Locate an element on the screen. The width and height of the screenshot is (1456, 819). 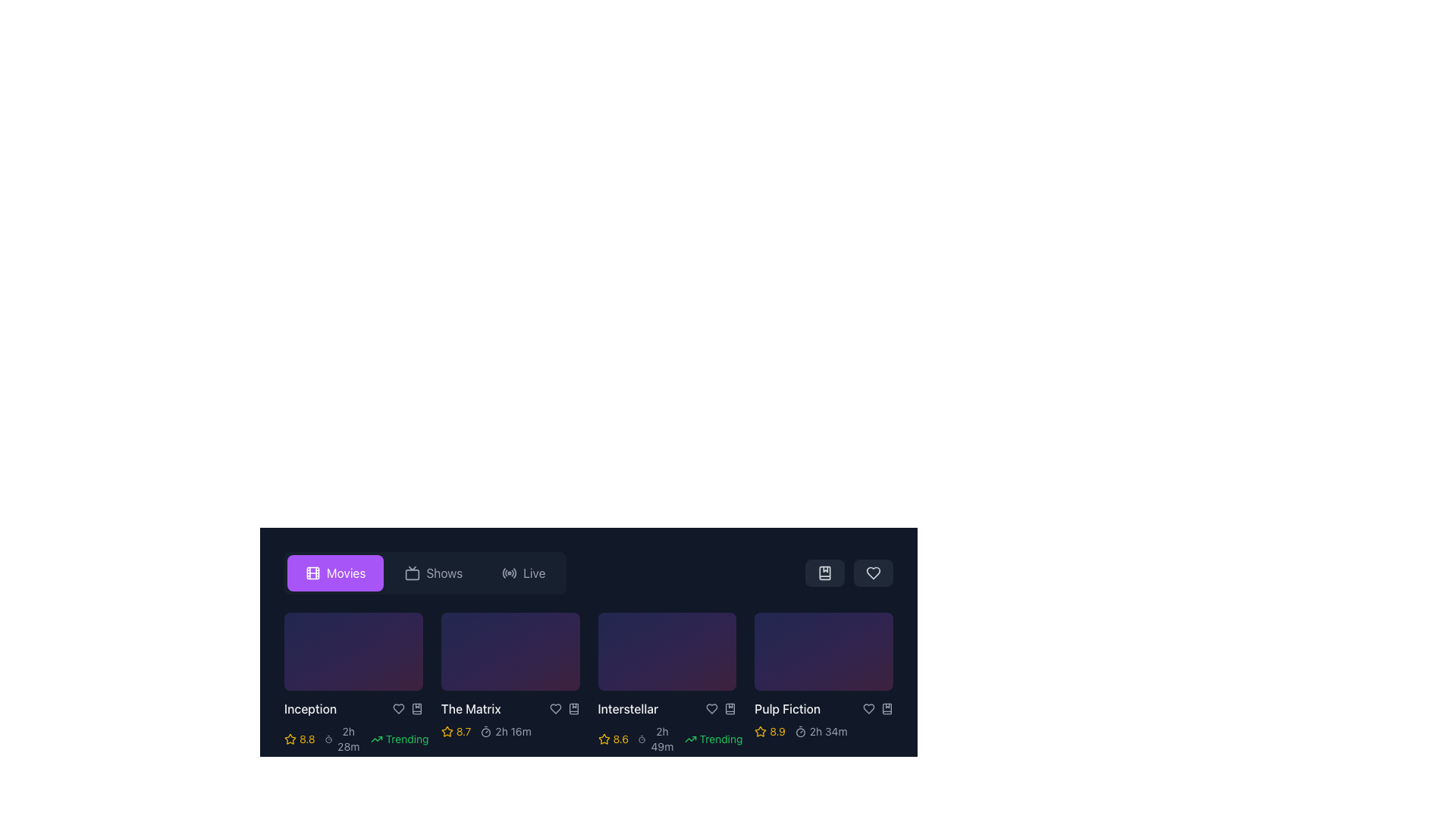
the duration text of the movie displayed in the 'Pulp Fiction' section, located to the right of the rating indication (8.9) and the yellow star icon is located at coordinates (820, 730).